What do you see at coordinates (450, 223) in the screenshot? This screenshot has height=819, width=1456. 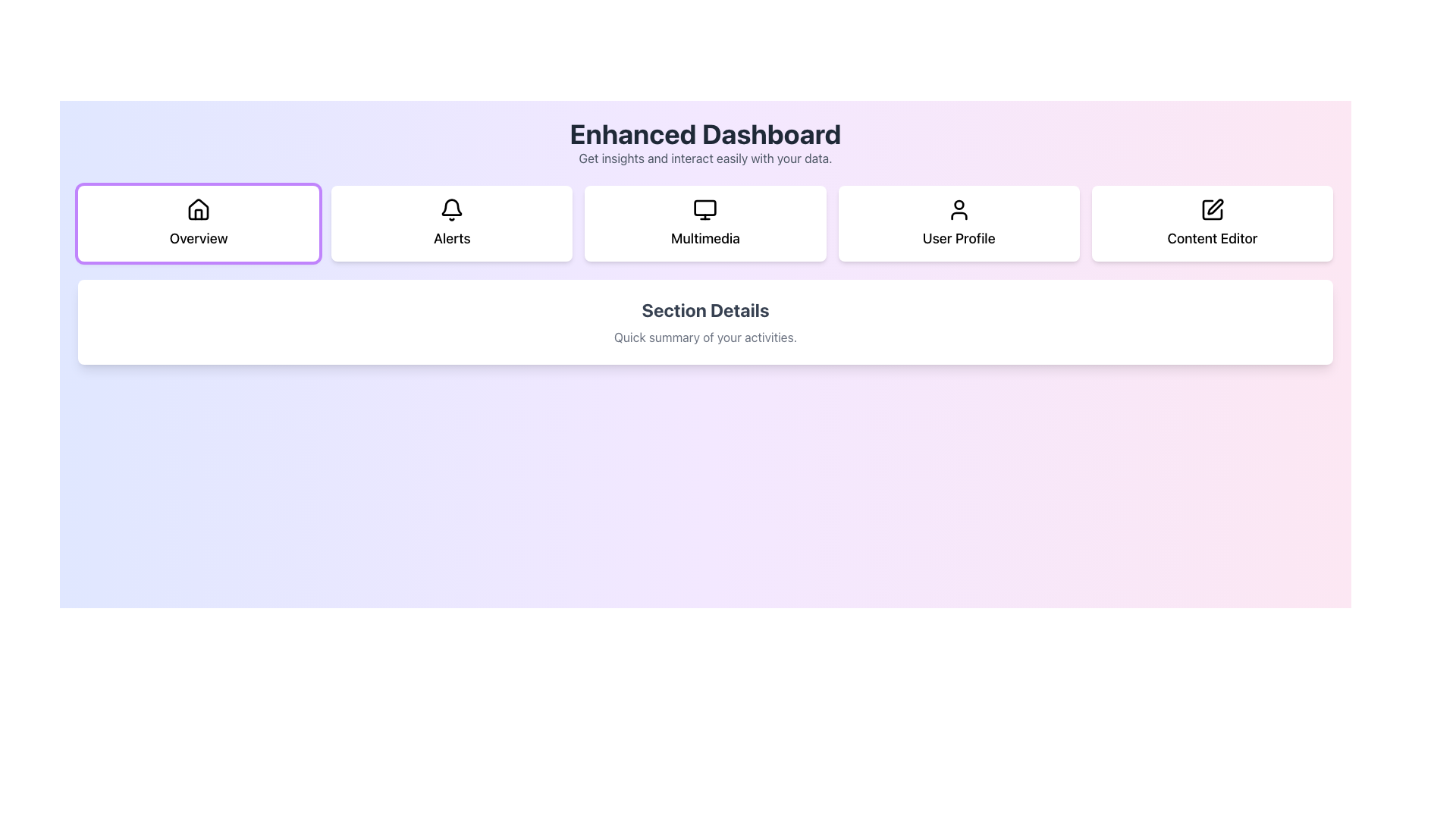 I see `the 'Alerts' navigation button, which is the second button in a horizontal row of buttons` at bounding box center [450, 223].